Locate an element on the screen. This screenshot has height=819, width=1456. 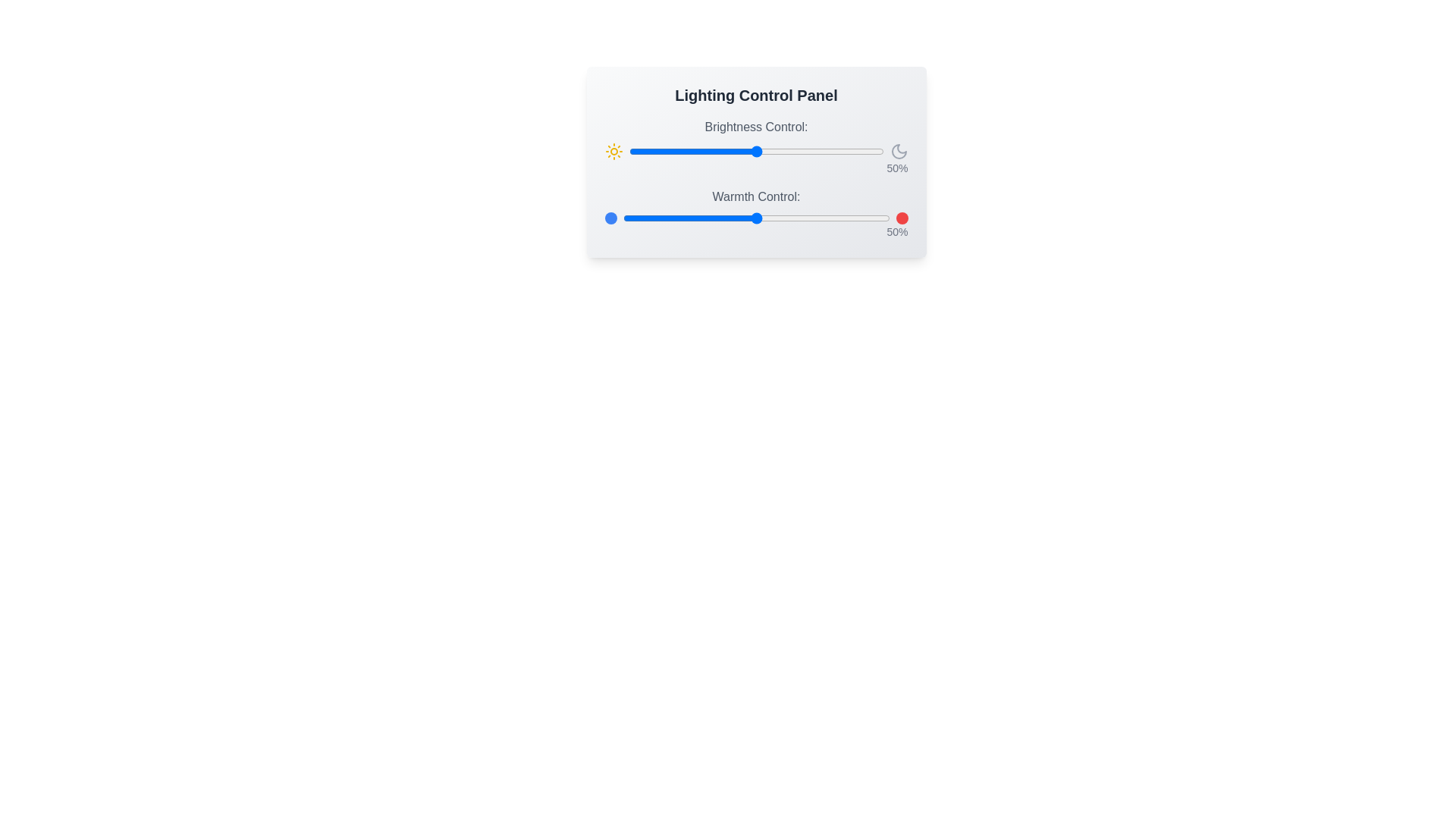
brightness is located at coordinates (847, 152).